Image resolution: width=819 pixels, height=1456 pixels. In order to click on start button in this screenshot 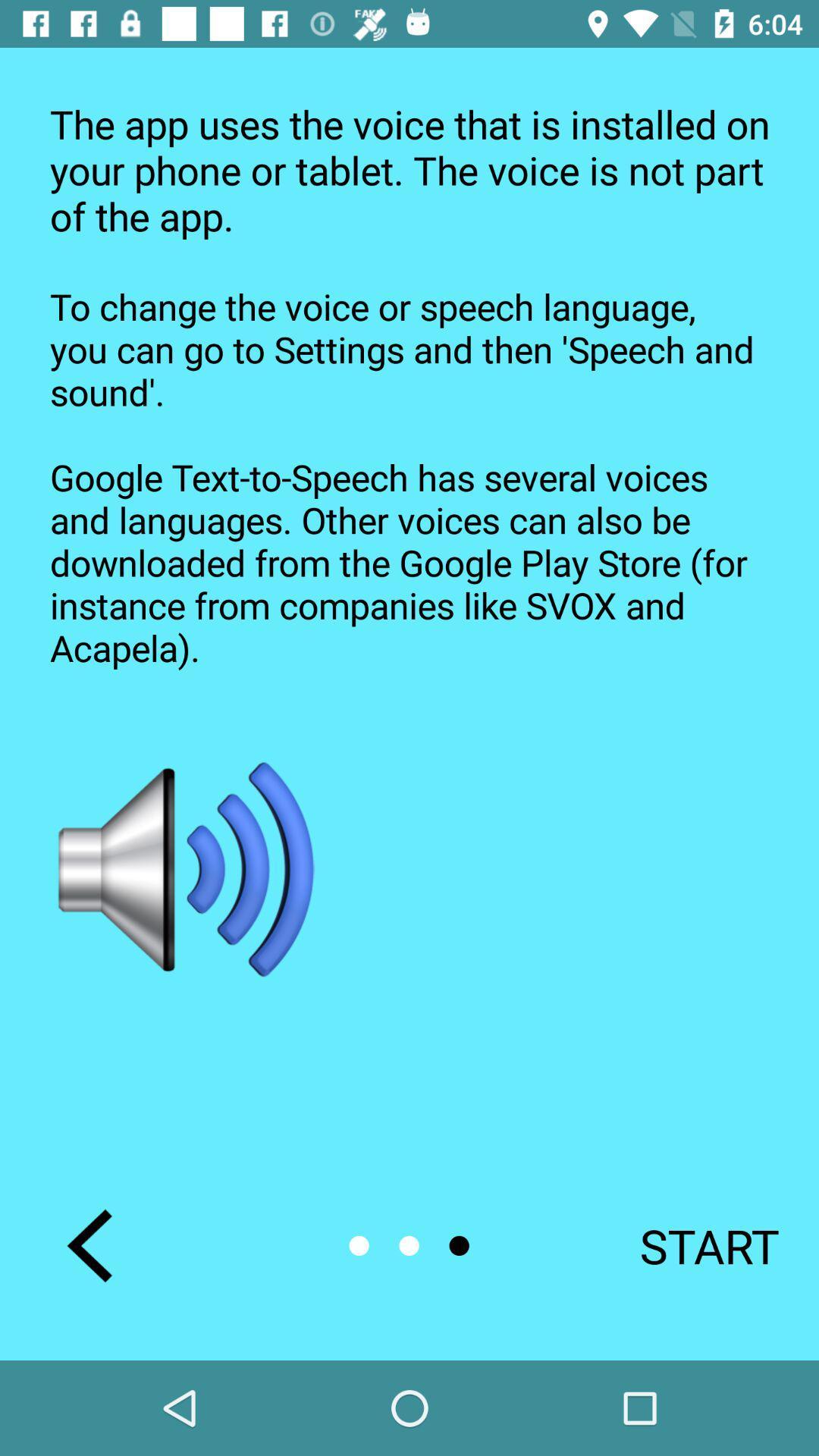, I will do `click(689, 1245)`.